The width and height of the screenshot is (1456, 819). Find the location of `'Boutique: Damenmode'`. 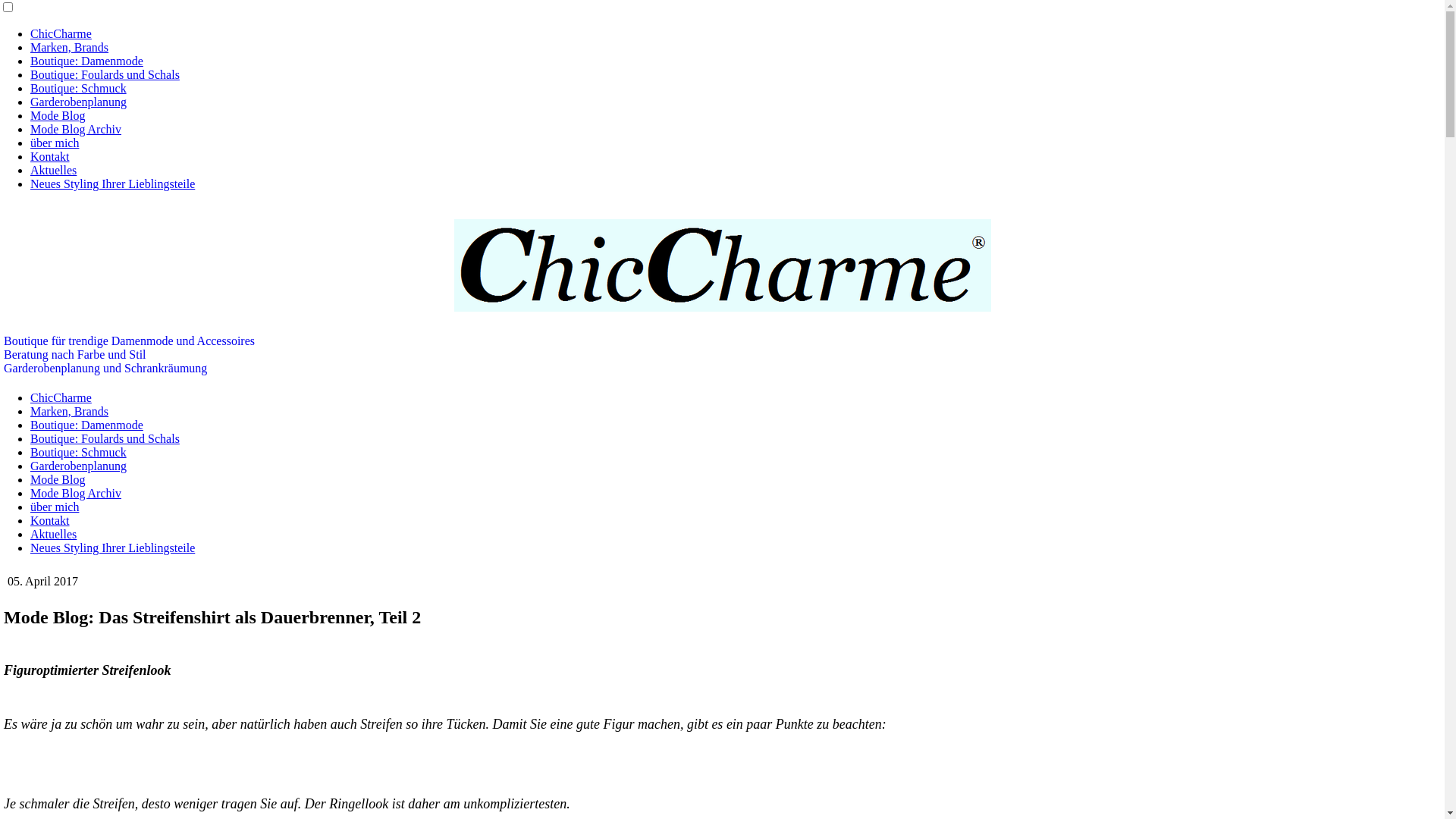

'Boutique: Damenmode' is located at coordinates (86, 60).